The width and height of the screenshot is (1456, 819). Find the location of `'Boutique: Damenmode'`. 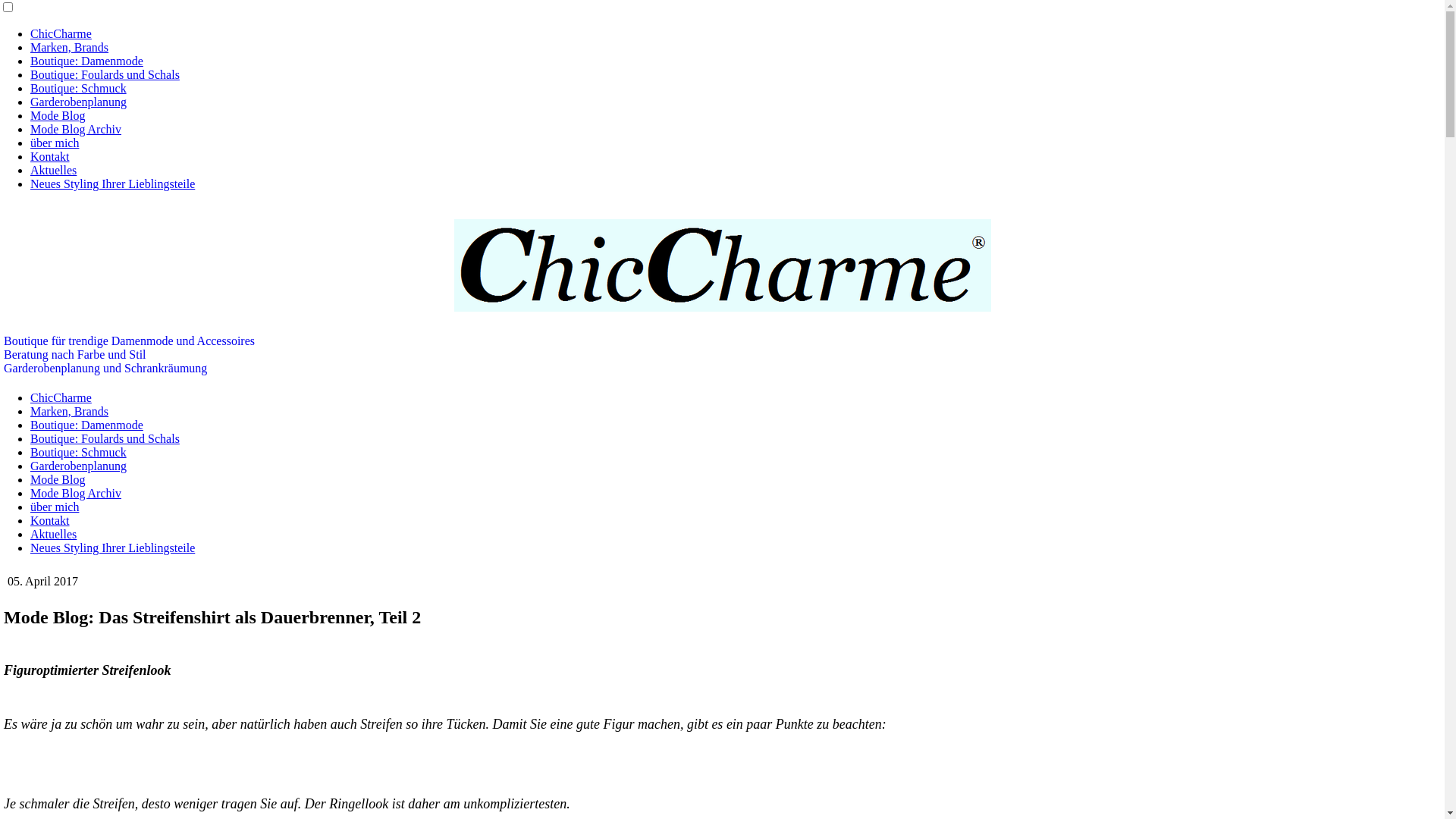

'Boutique: Damenmode' is located at coordinates (86, 60).